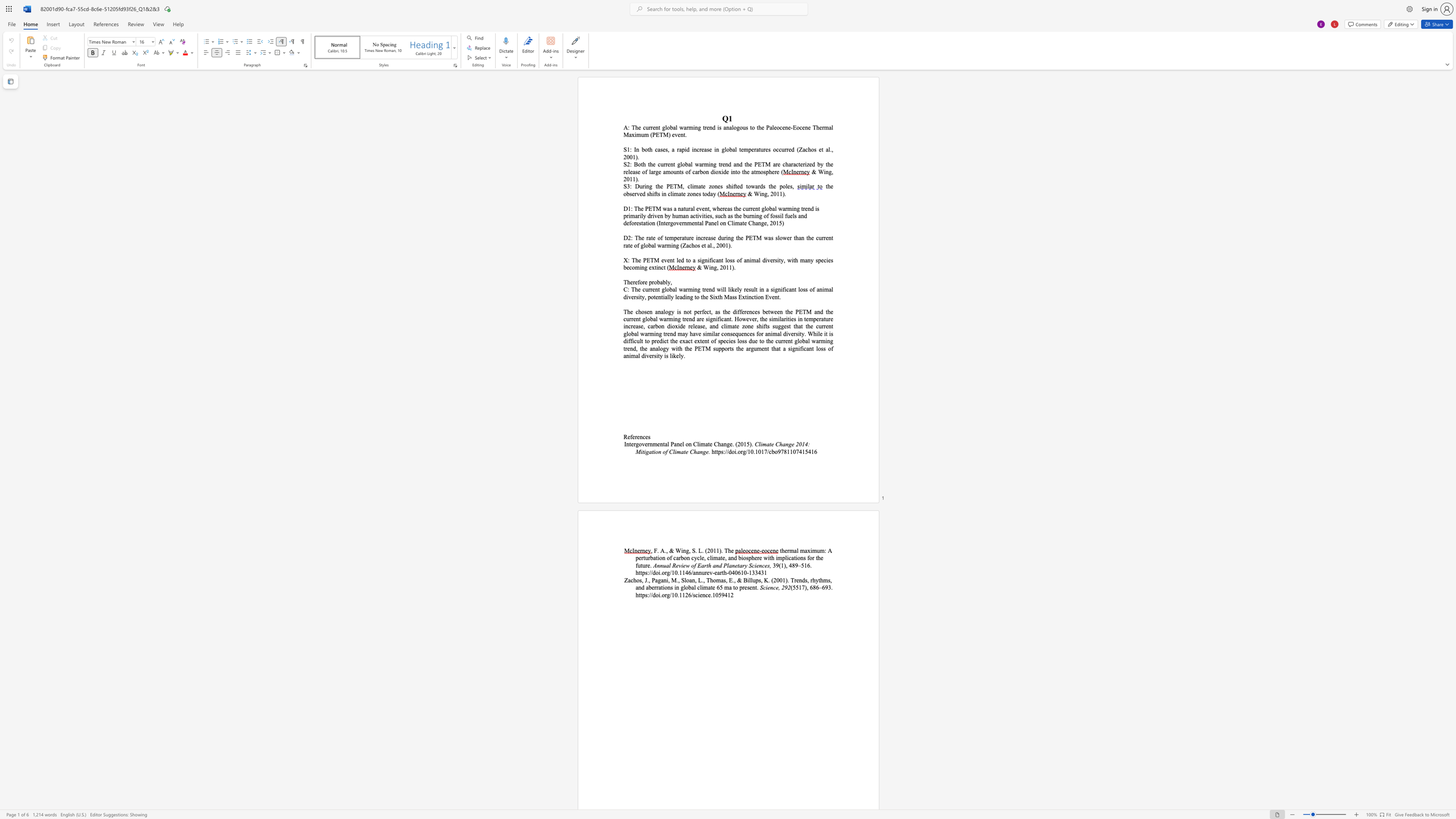 The width and height of the screenshot is (1456, 819). What do you see at coordinates (709, 245) in the screenshot?
I see `the subset text "l., 2001)" within the text "ncrease during the PETM was slower than the current rate of global warming (Zachos et al., 2001)."` at bounding box center [709, 245].